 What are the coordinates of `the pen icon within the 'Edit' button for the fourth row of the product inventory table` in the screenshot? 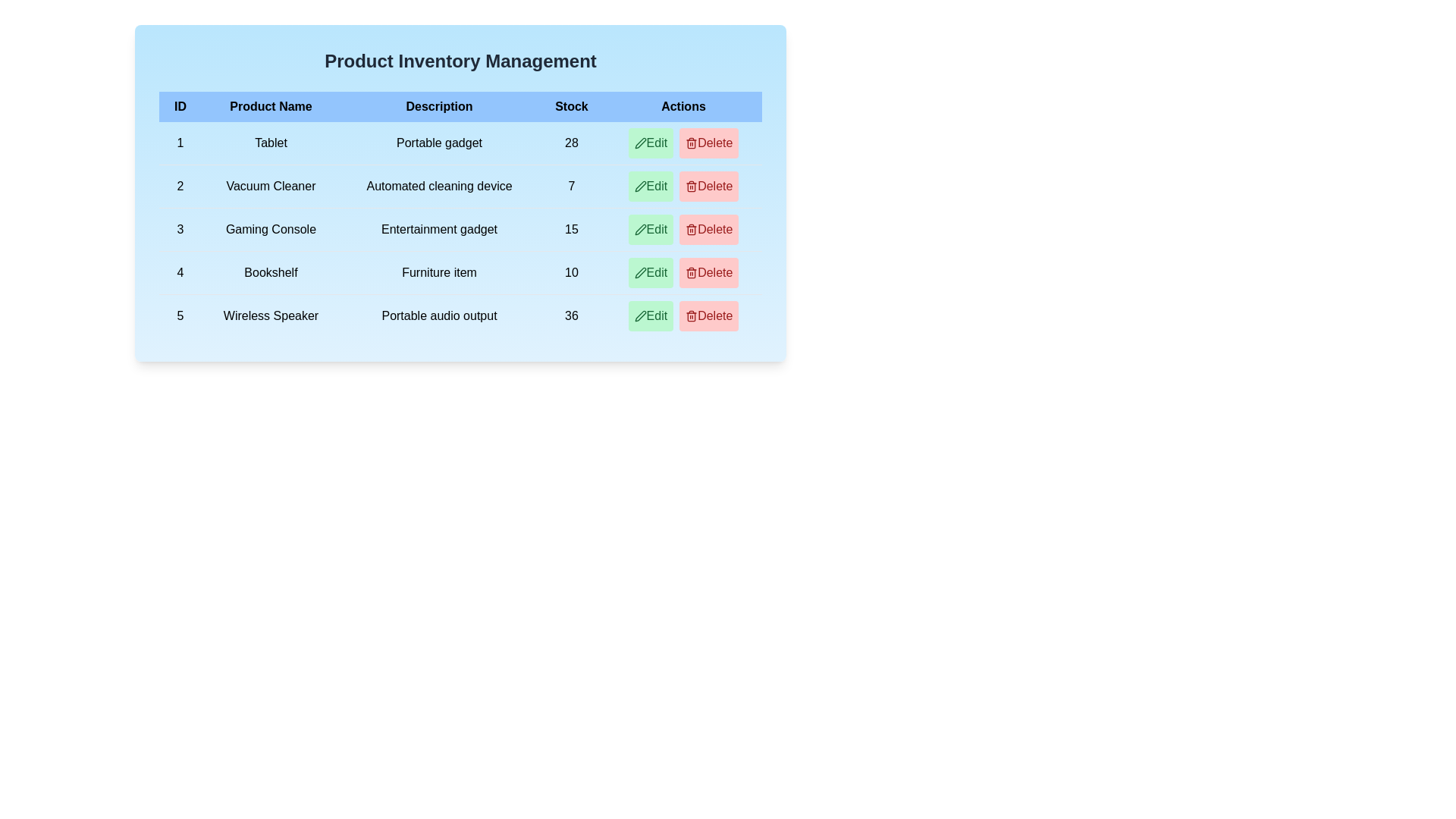 It's located at (640, 271).